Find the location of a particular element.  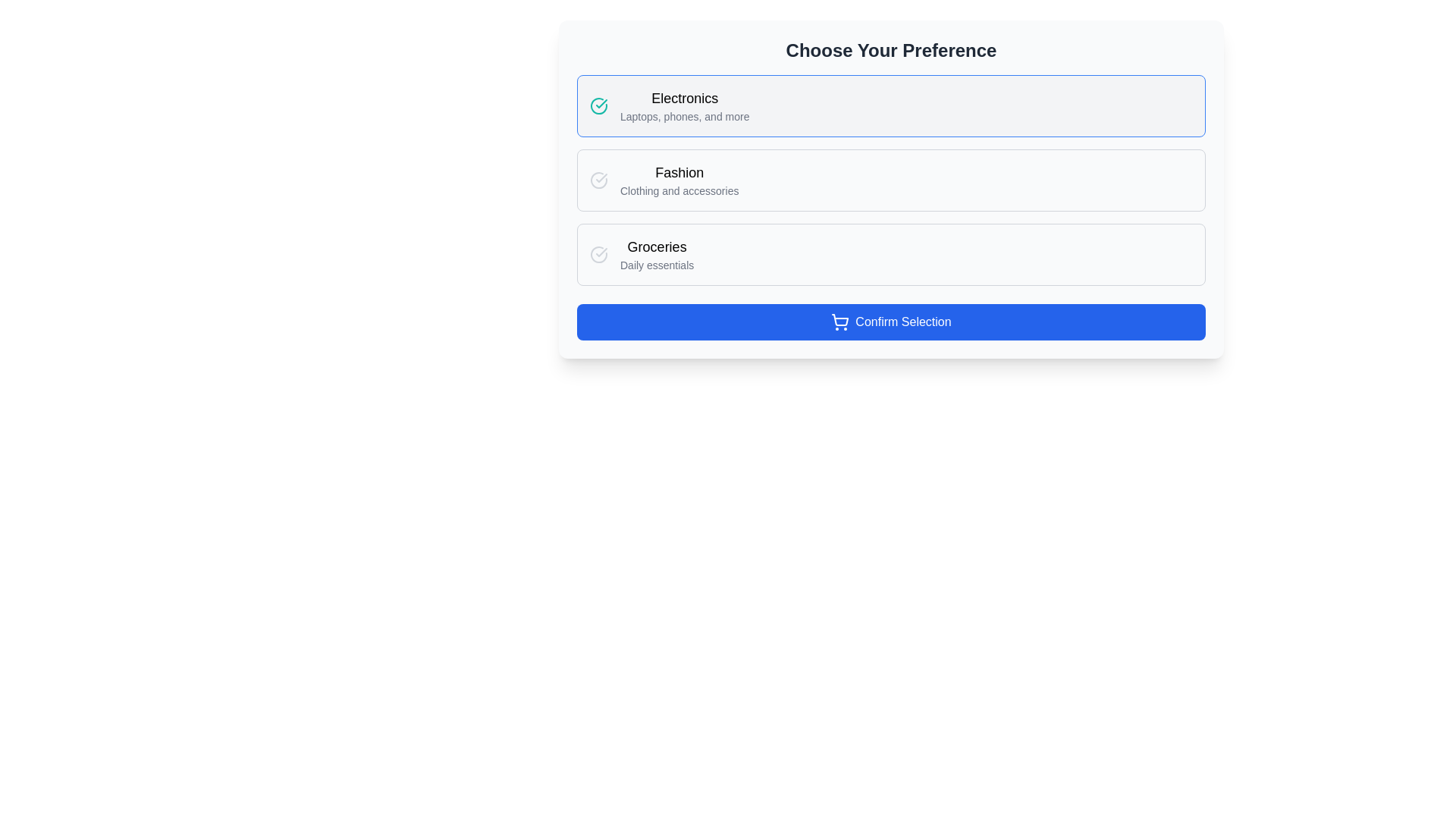

the 'Confirm Selection' button, which visually represents the shopping action and is located at the leftmost side of the button before the text 'Confirm Selection' is located at coordinates (839, 321).